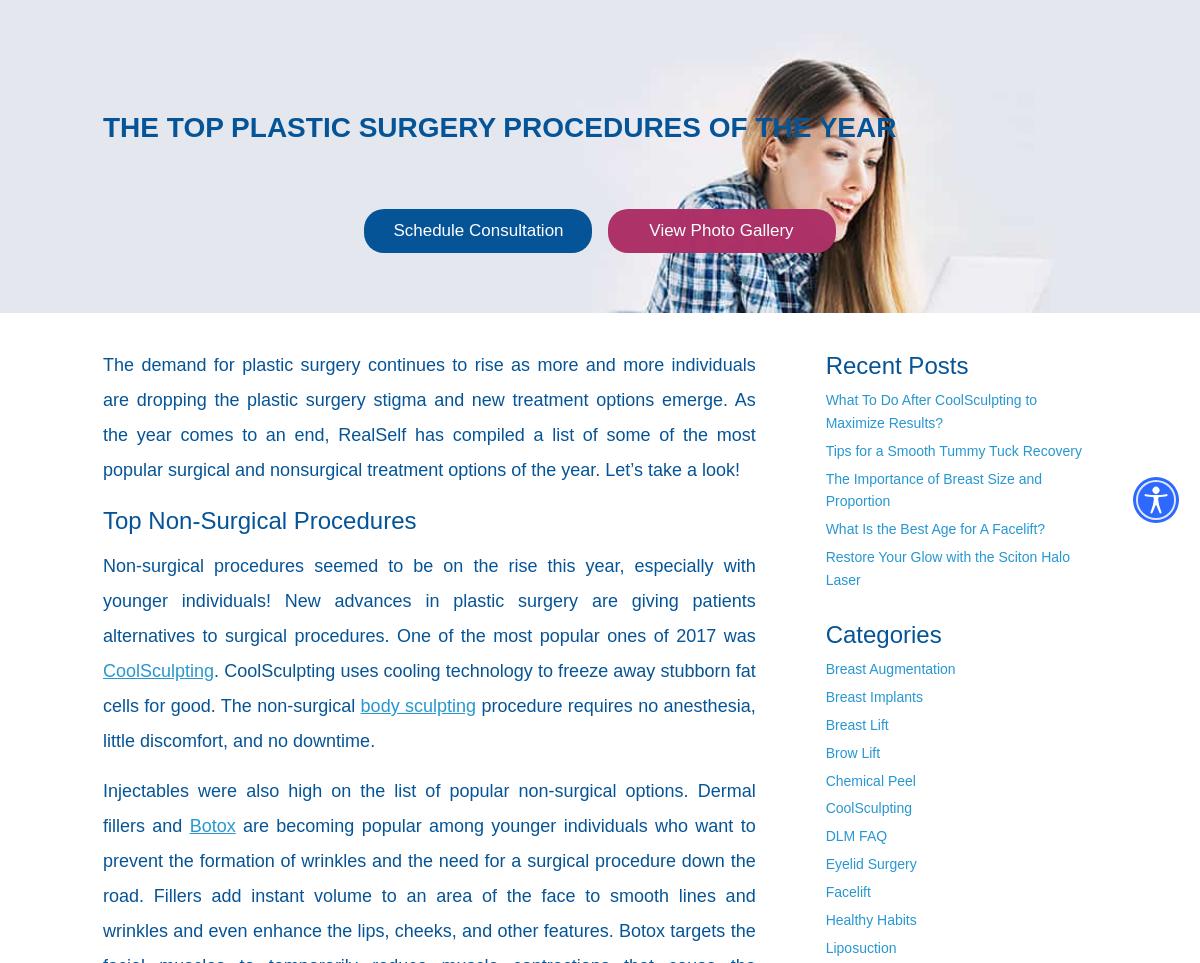 The image size is (1200, 963). Describe the element at coordinates (479, 17) in the screenshot. I see `'Gallery'` at that location.